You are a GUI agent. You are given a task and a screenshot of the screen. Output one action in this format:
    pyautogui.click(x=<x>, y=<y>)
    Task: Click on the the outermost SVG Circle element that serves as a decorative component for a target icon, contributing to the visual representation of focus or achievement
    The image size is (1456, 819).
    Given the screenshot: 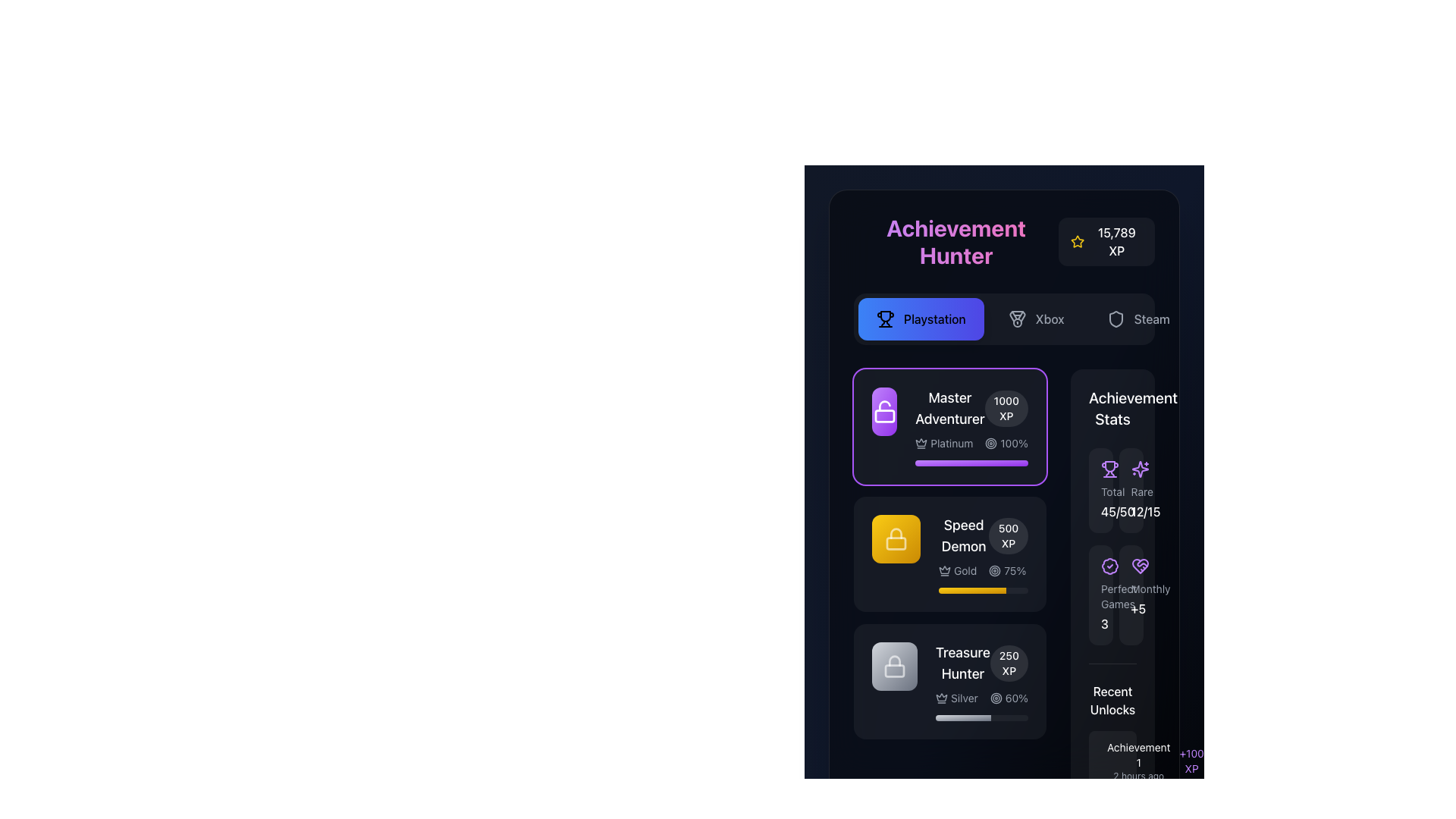 What is the action you would take?
    pyautogui.click(x=995, y=570)
    